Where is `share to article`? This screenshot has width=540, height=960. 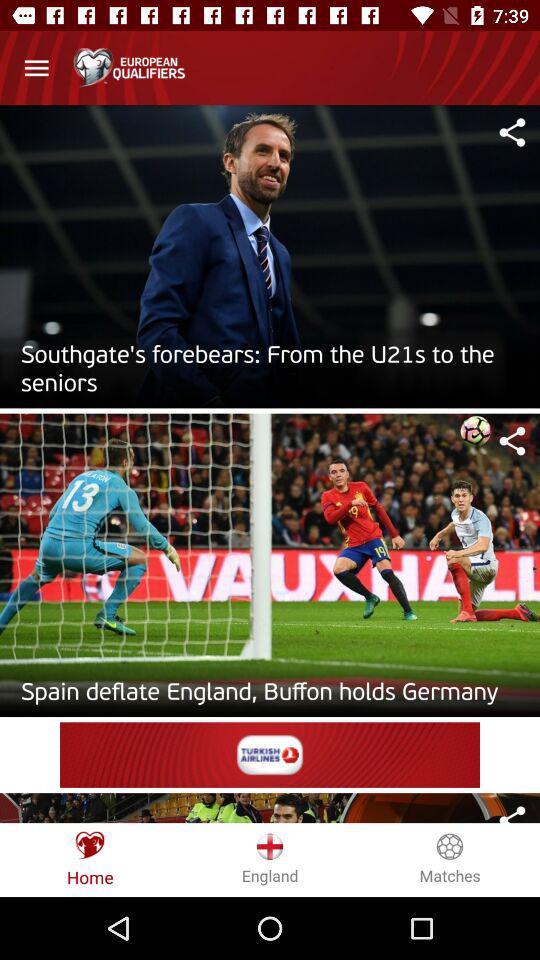 share to article is located at coordinates (512, 131).